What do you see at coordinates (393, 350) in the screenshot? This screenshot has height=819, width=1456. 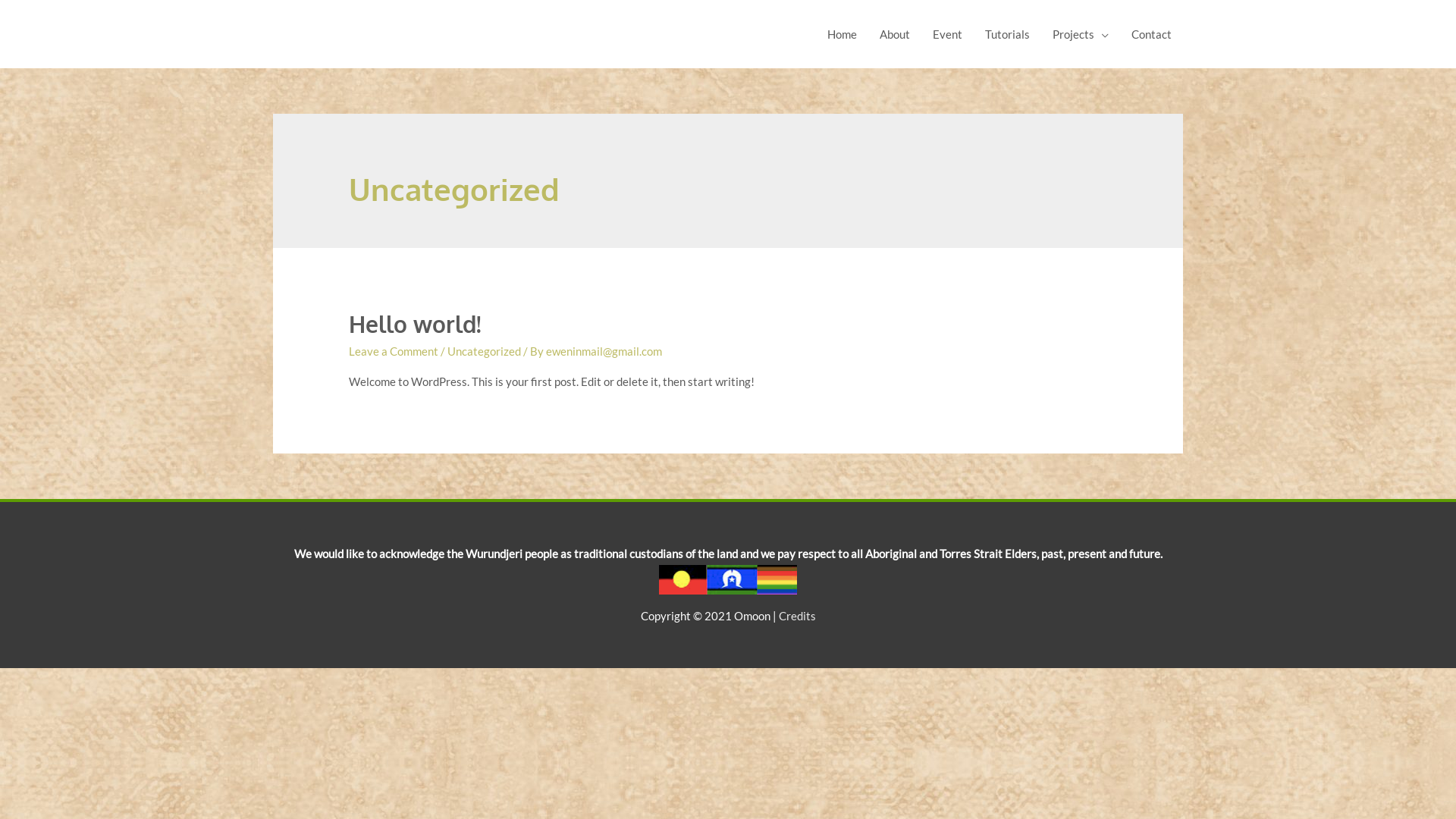 I see `'Leave a Comment'` at bounding box center [393, 350].